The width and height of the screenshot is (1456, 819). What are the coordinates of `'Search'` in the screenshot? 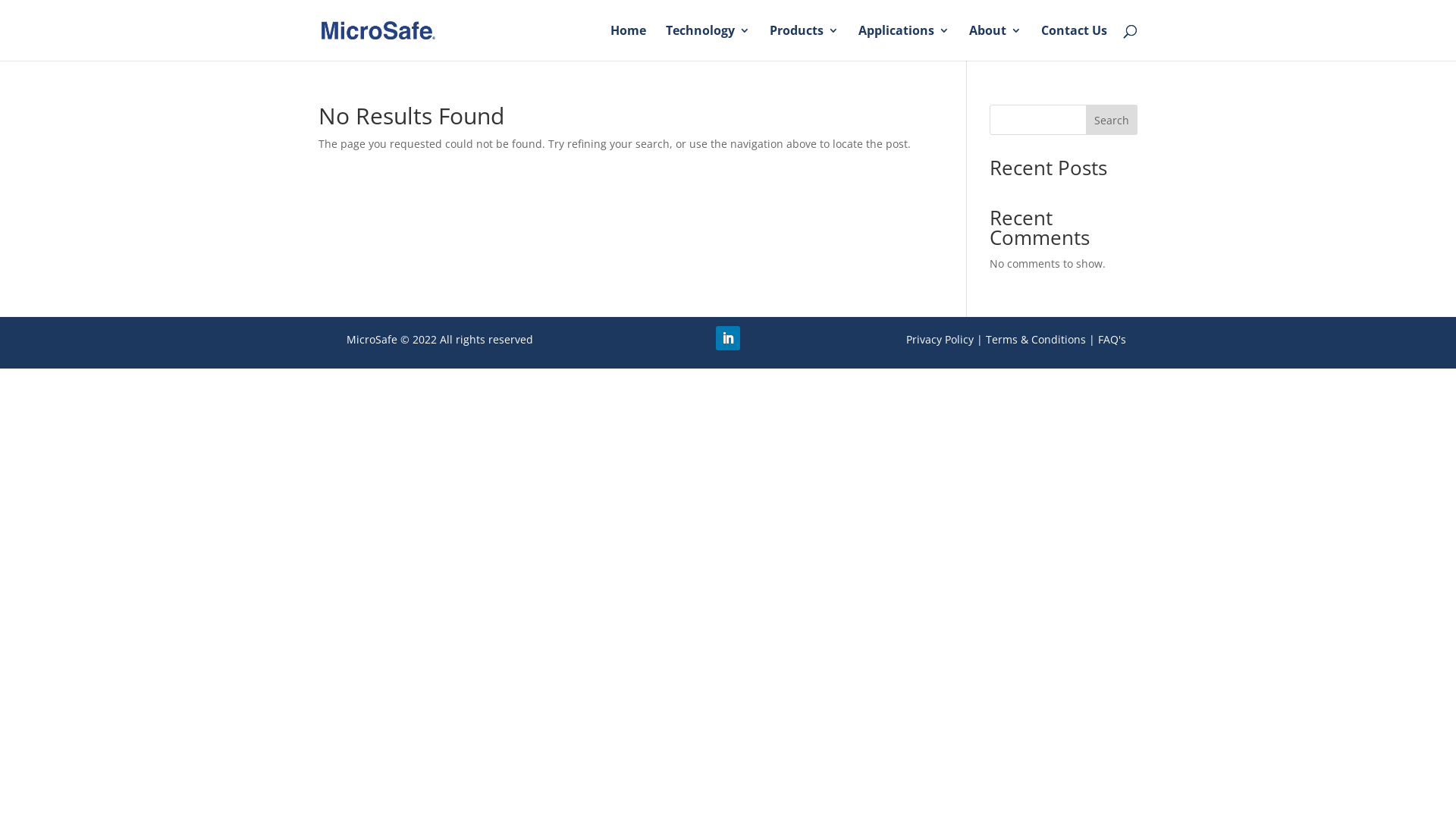 It's located at (1111, 119).